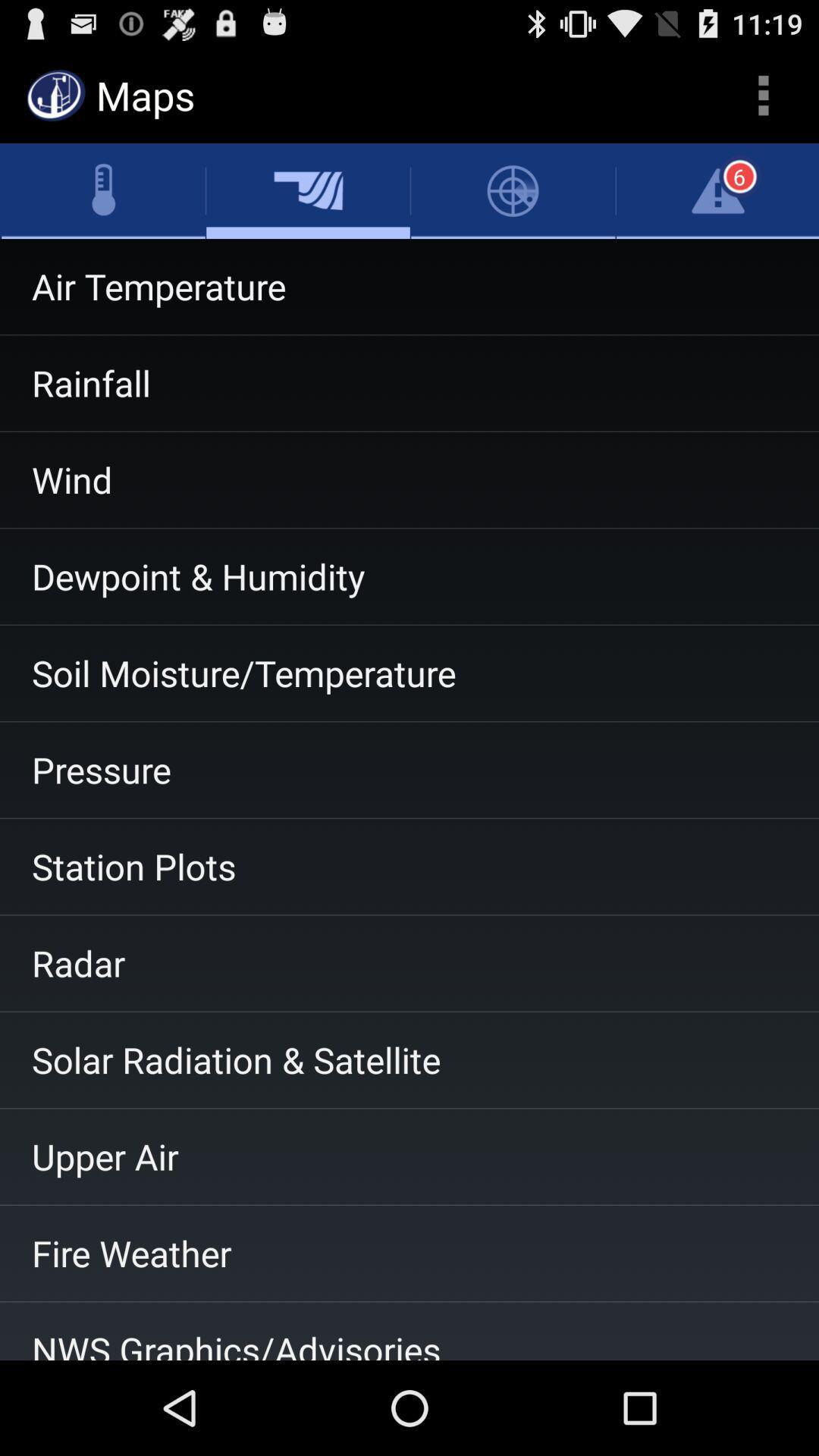  Describe the element at coordinates (409, 1253) in the screenshot. I see `the icon below upper air item` at that location.